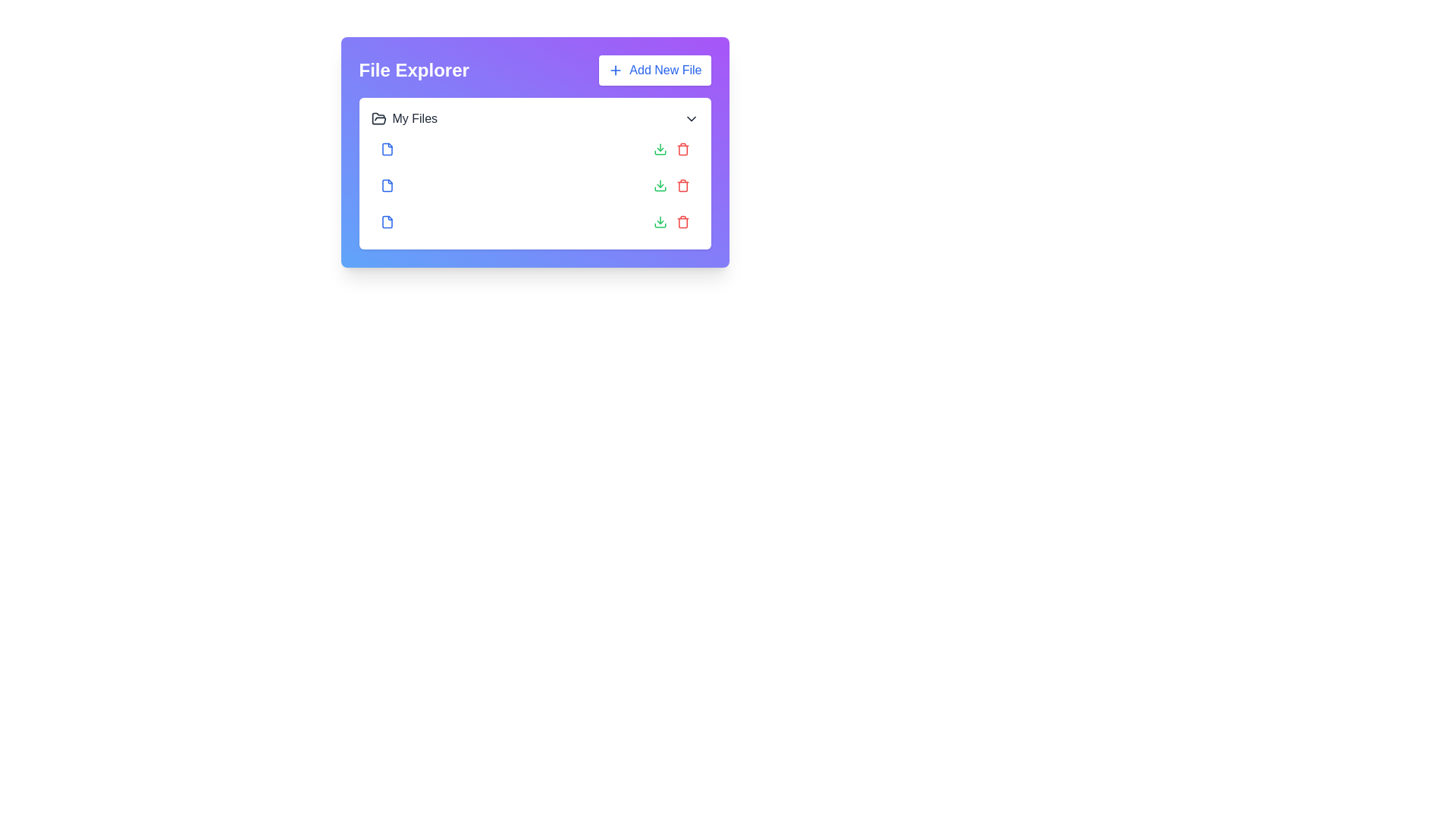  Describe the element at coordinates (378, 118) in the screenshot. I see `the open folder icon located in the 'My Files' section, positioned to the left of the 'My Files' text` at that location.